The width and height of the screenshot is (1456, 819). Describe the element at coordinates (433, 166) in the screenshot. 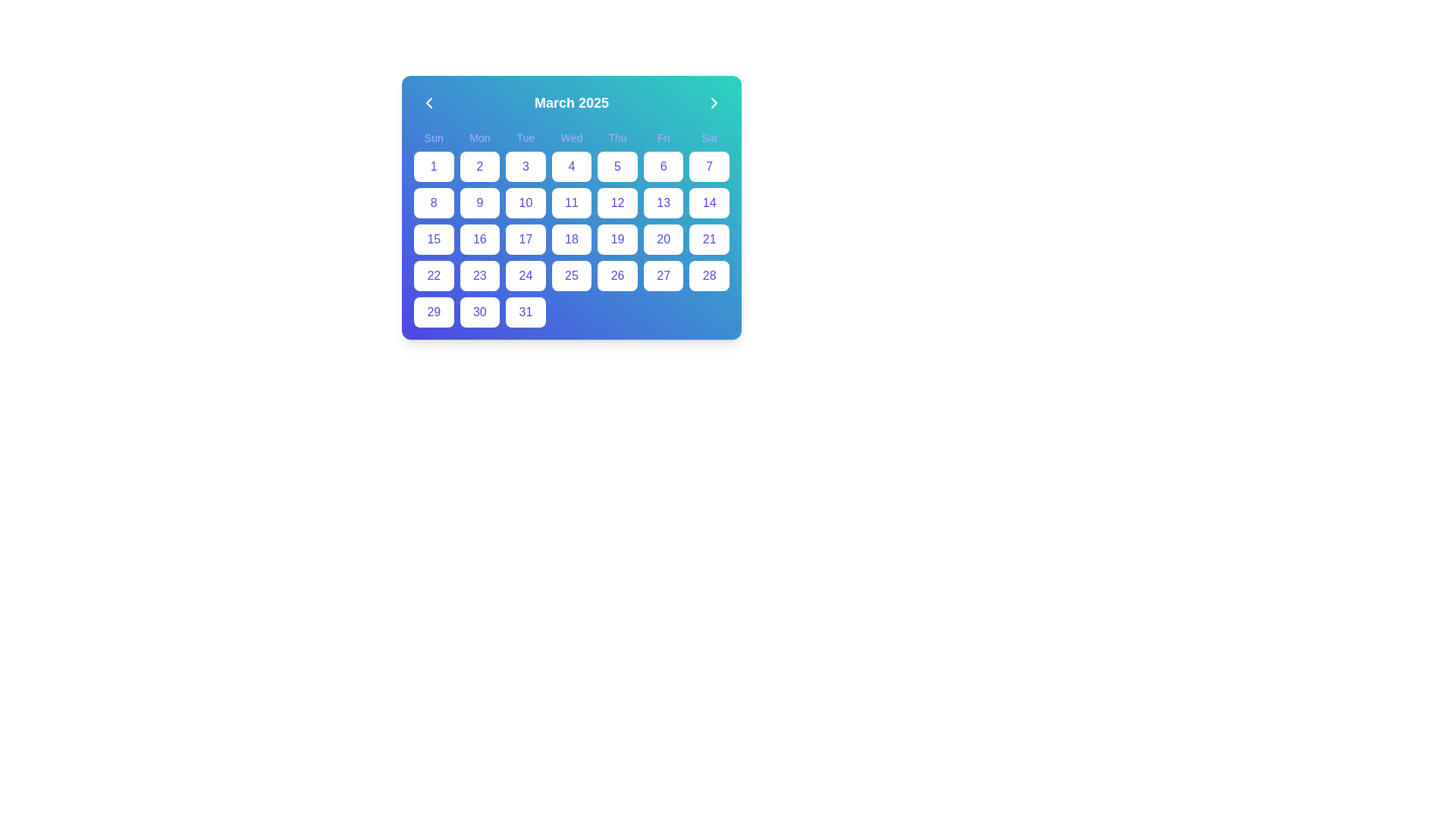

I see `the button labeled '1' located in the top-left cell of the calendar grid under the 'Sun' column for keyboard navigation` at that location.